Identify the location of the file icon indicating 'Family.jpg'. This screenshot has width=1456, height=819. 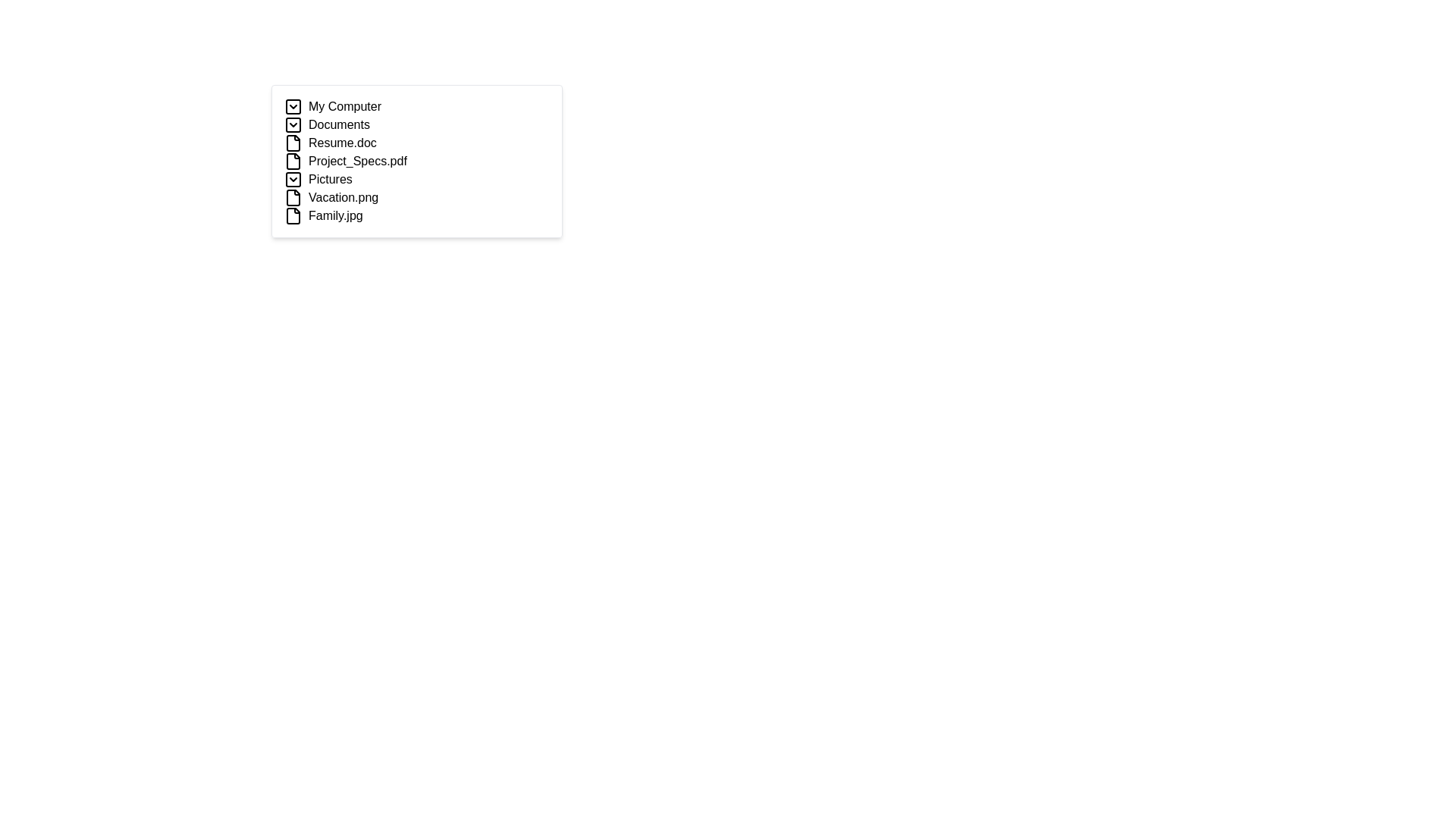
(293, 216).